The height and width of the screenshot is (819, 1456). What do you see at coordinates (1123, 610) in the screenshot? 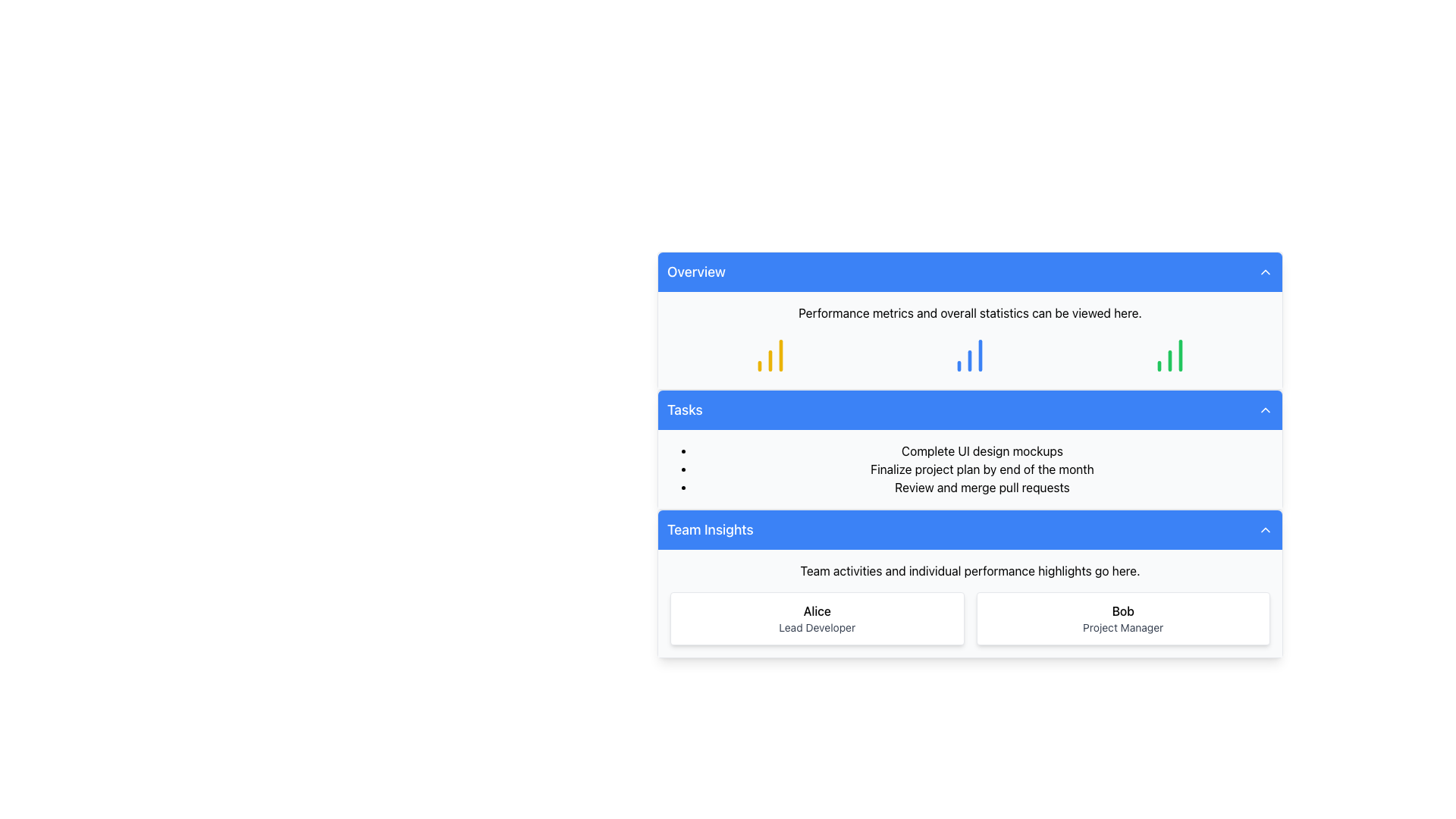
I see `text from the Text Label displaying 'Bob', located within the card to the right of 'Alice' in the 'Team Insights' section` at bounding box center [1123, 610].